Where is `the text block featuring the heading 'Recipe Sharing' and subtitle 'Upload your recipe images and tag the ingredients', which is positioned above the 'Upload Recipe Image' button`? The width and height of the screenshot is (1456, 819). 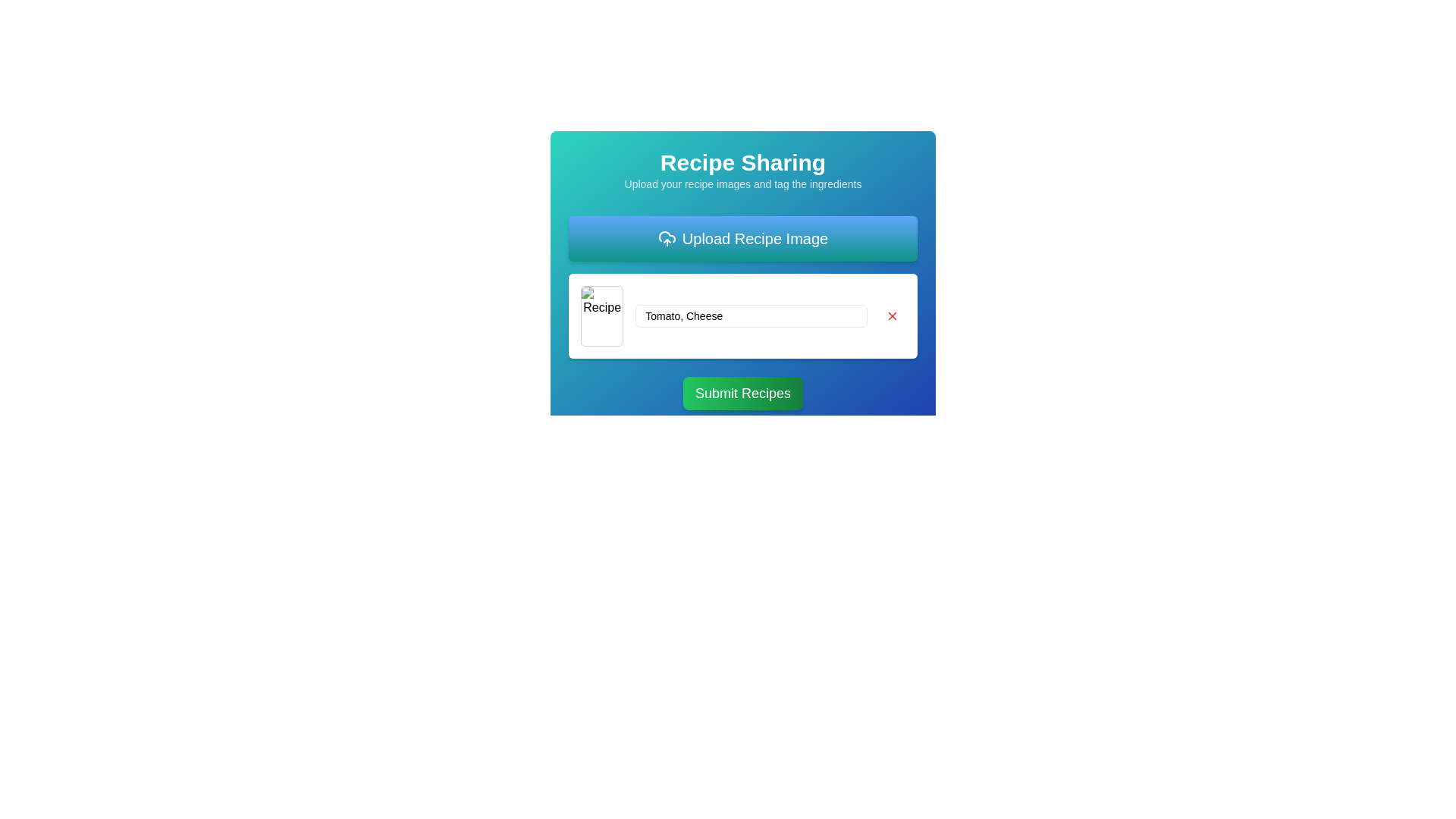 the text block featuring the heading 'Recipe Sharing' and subtitle 'Upload your recipe images and tag the ingredients', which is positioned above the 'Upload Recipe Image' button is located at coordinates (742, 170).